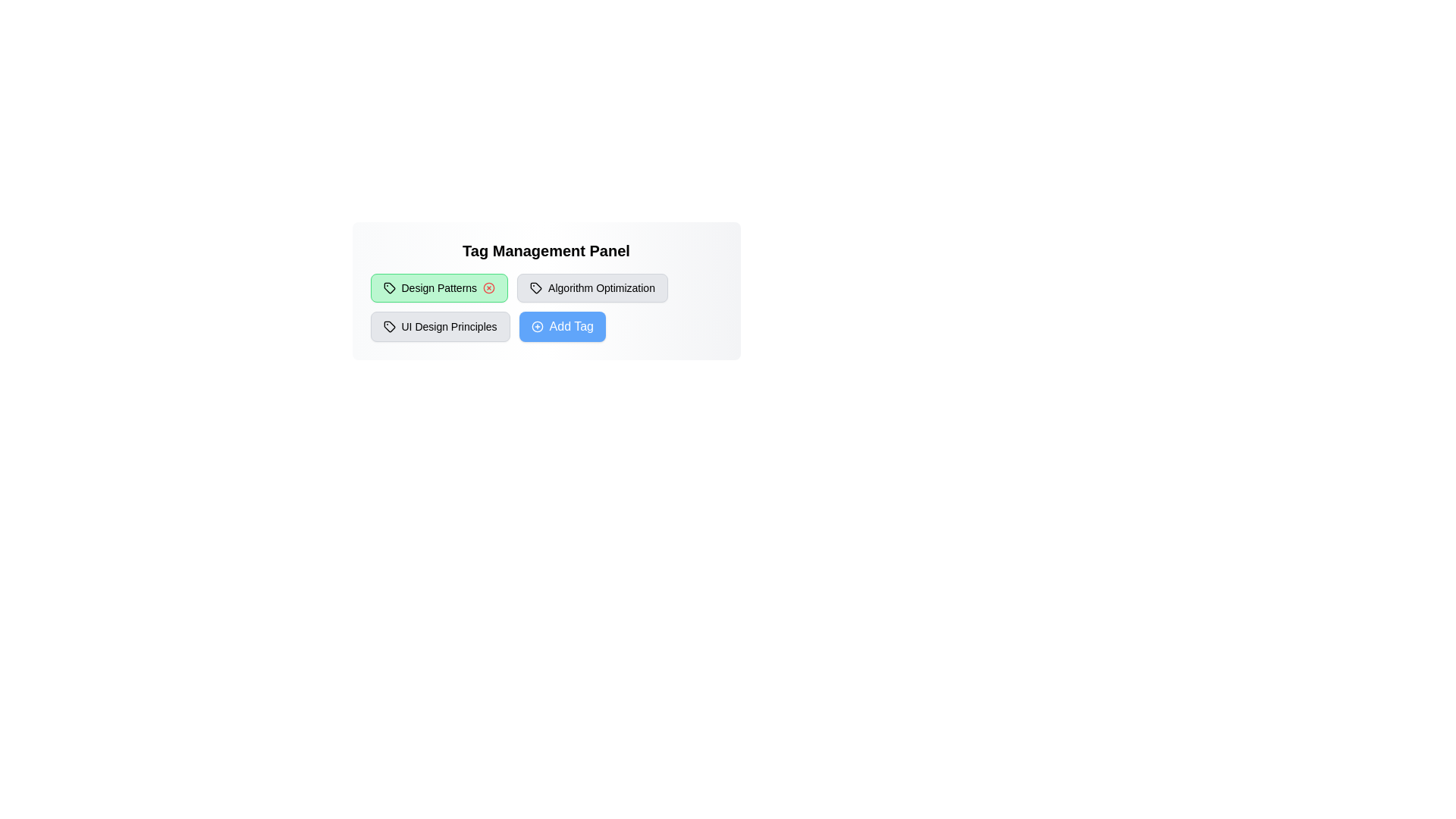  What do you see at coordinates (561, 326) in the screenshot?
I see `the 'Add Tag' button to add a new tag` at bounding box center [561, 326].